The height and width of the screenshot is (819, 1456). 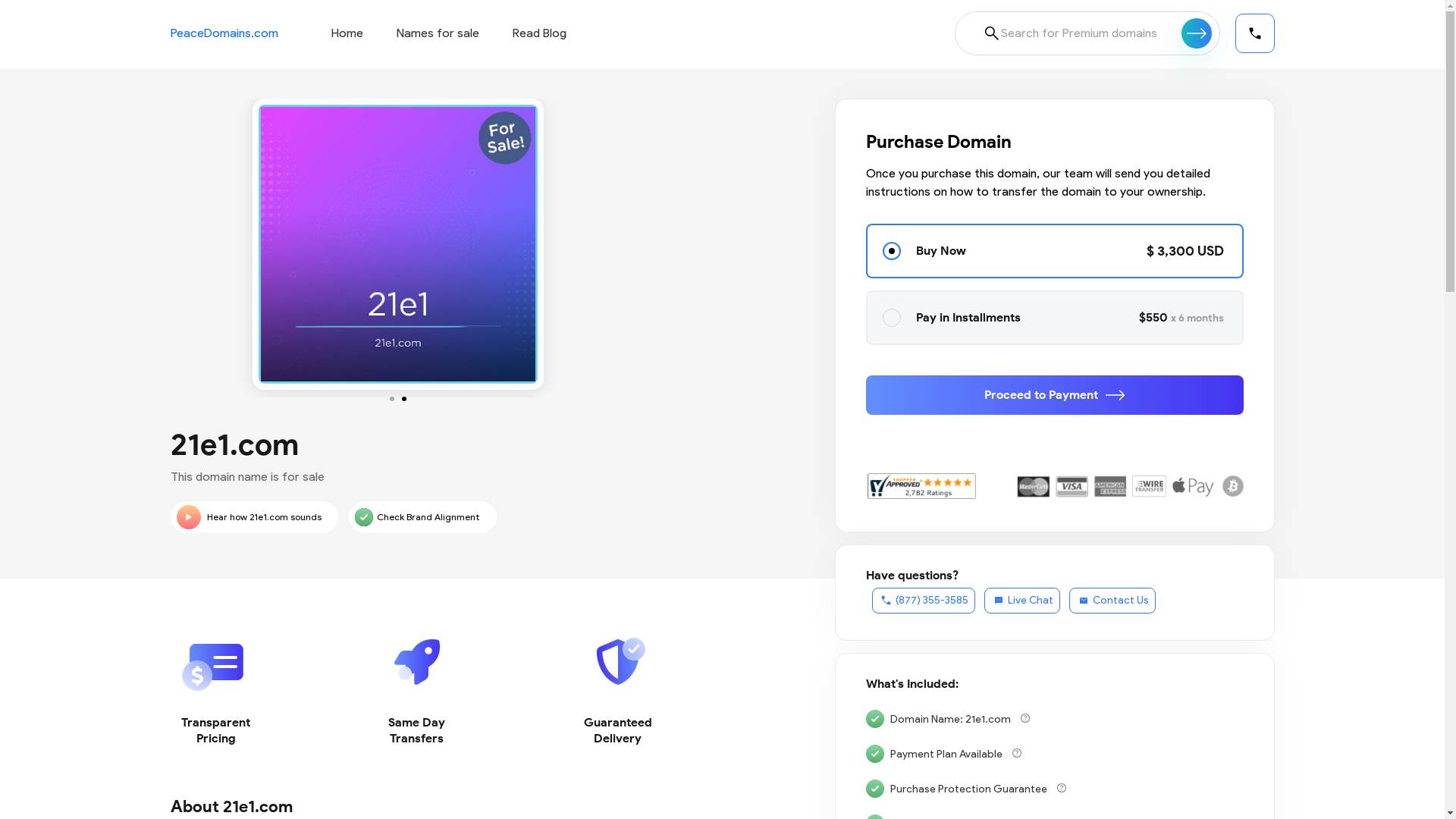 What do you see at coordinates (253, 516) in the screenshot?
I see `'Hear how 21e1.com sounds'` at bounding box center [253, 516].